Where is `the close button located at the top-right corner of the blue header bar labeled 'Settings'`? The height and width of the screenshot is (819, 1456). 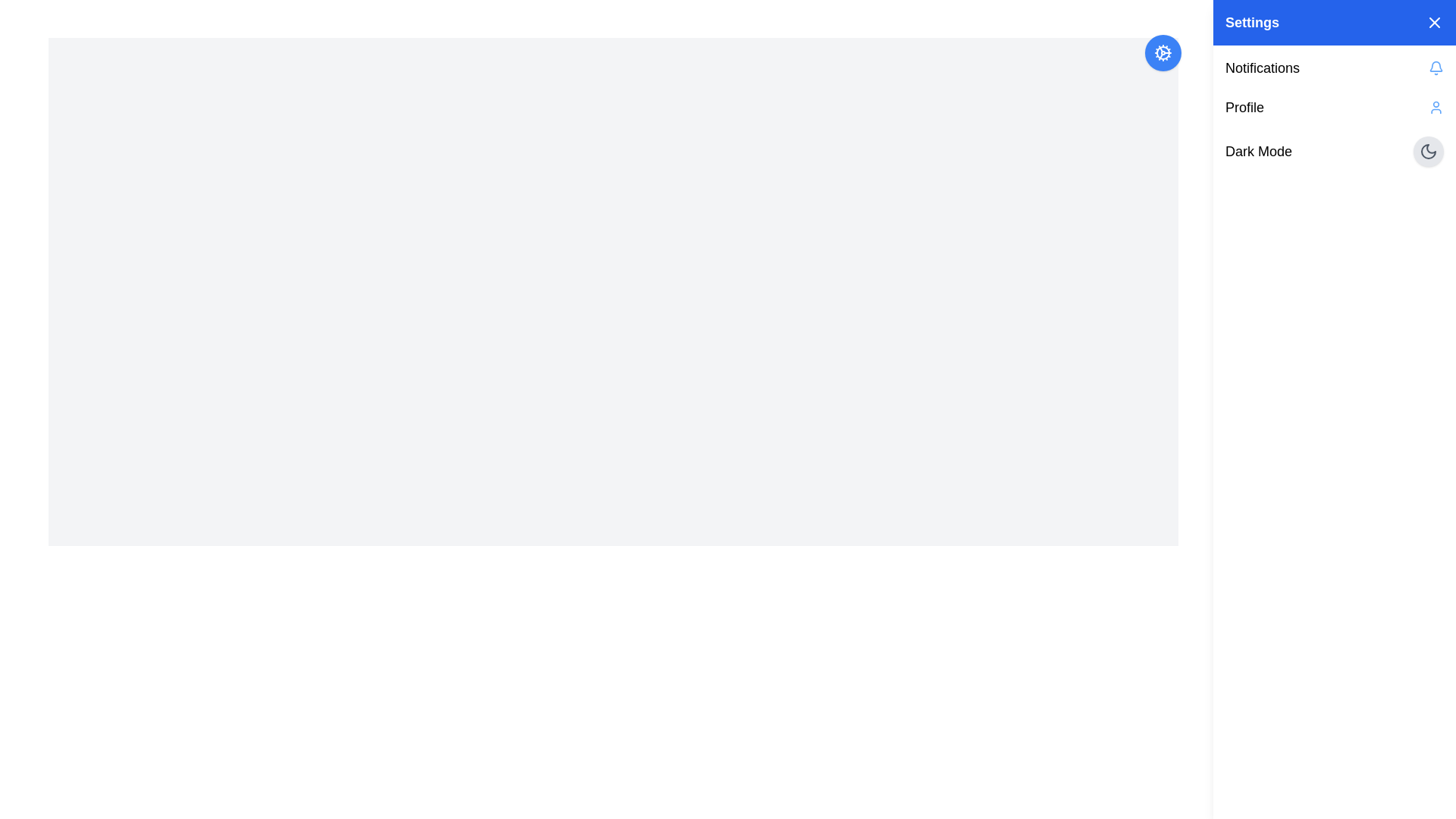
the close button located at the top-right corner of the blue header bar labeled 'Settings' is located at coordinates (1433, 23).